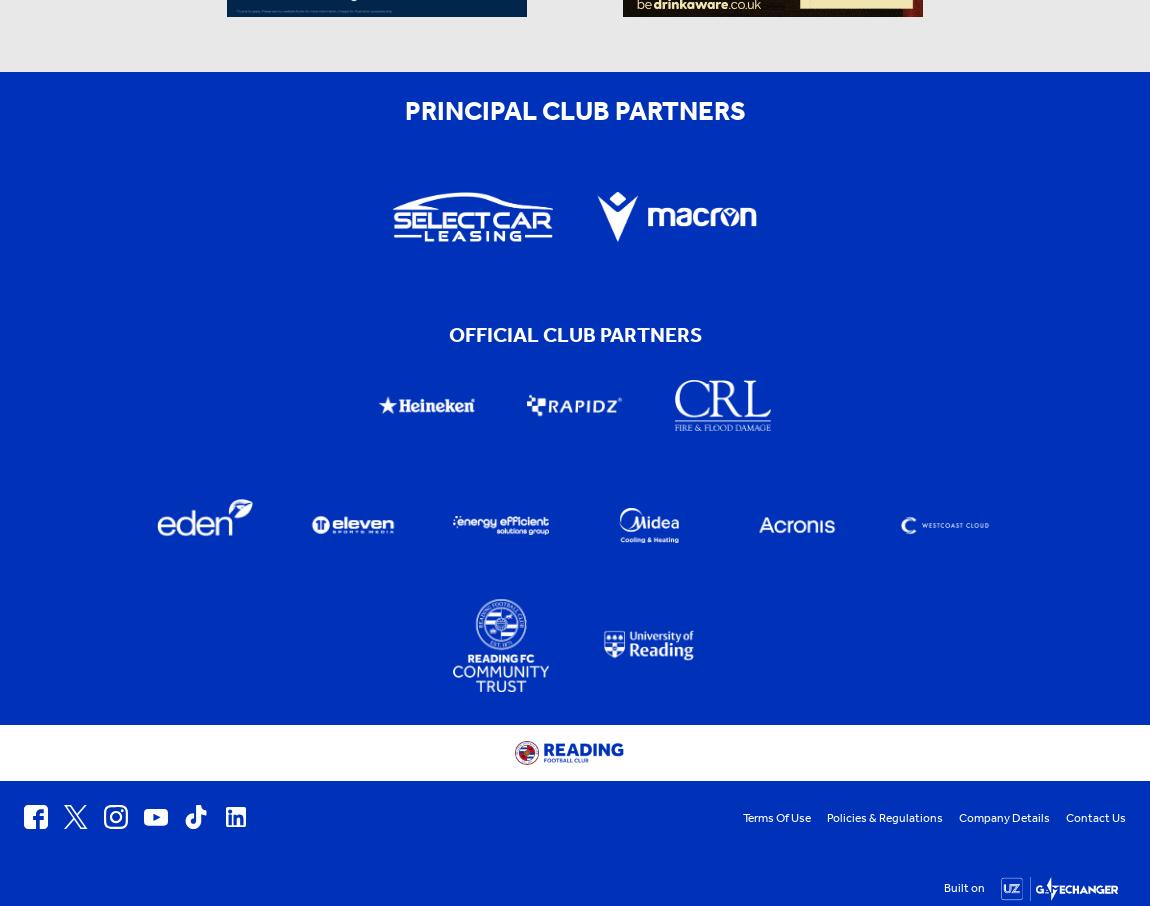 This screenshot has width=1150, height=906. Describe the element at coordinates (885, 817) in the screenshot. I see `'Policies & Regulations'` at that location.